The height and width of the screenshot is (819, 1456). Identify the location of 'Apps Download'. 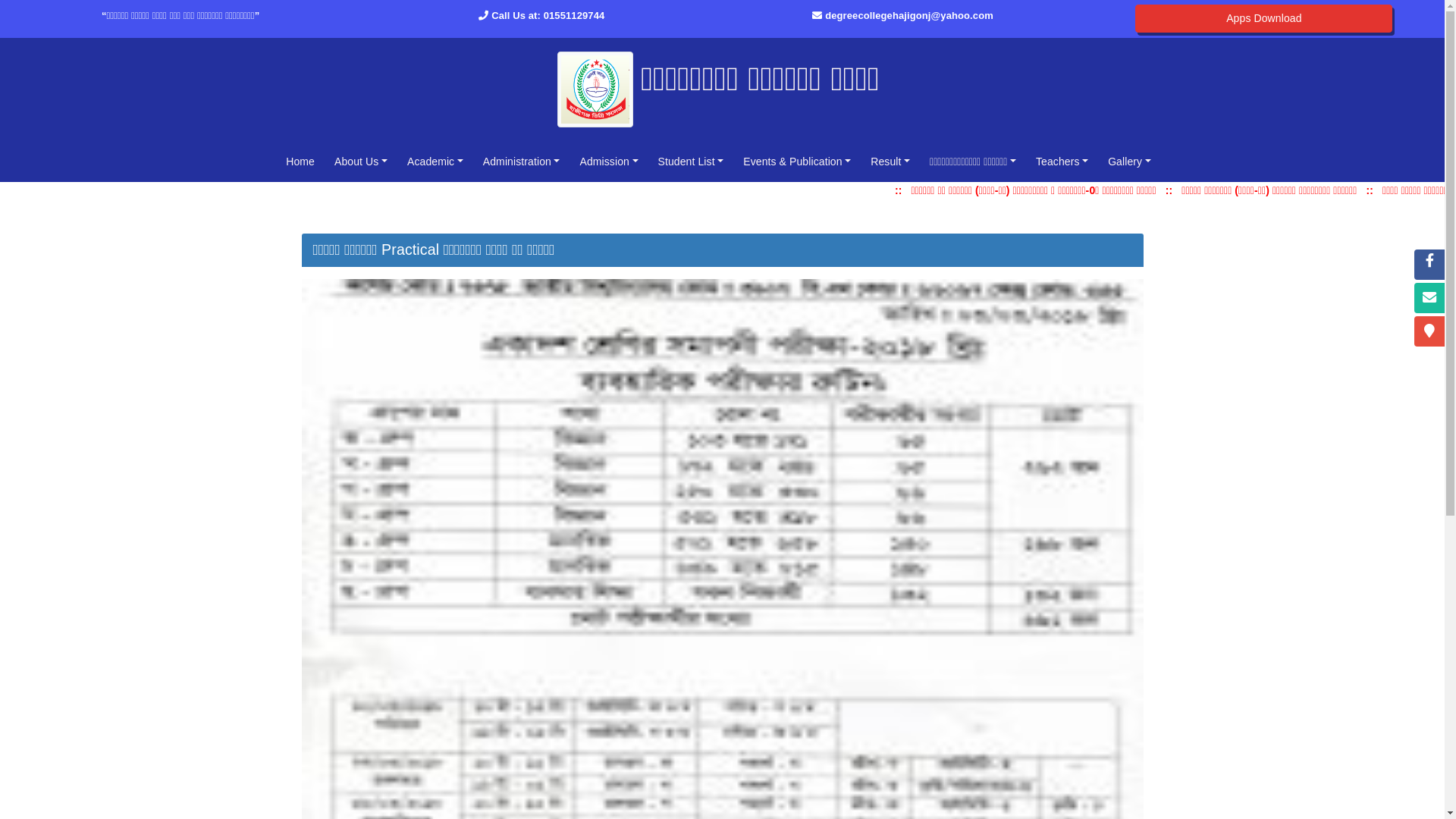
(1263, 18).